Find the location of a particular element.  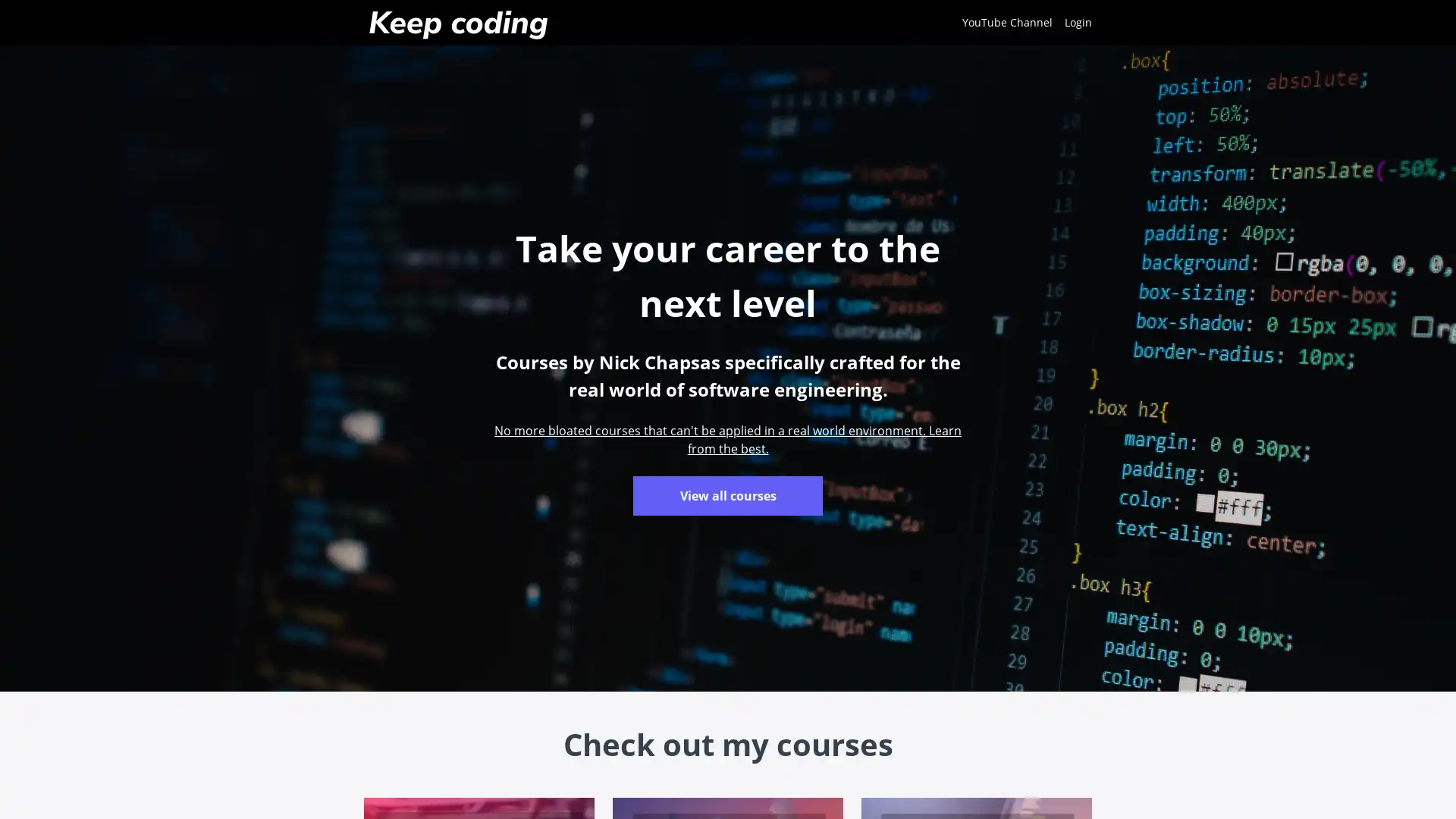

View all courses is located at coordinates (728, 496).